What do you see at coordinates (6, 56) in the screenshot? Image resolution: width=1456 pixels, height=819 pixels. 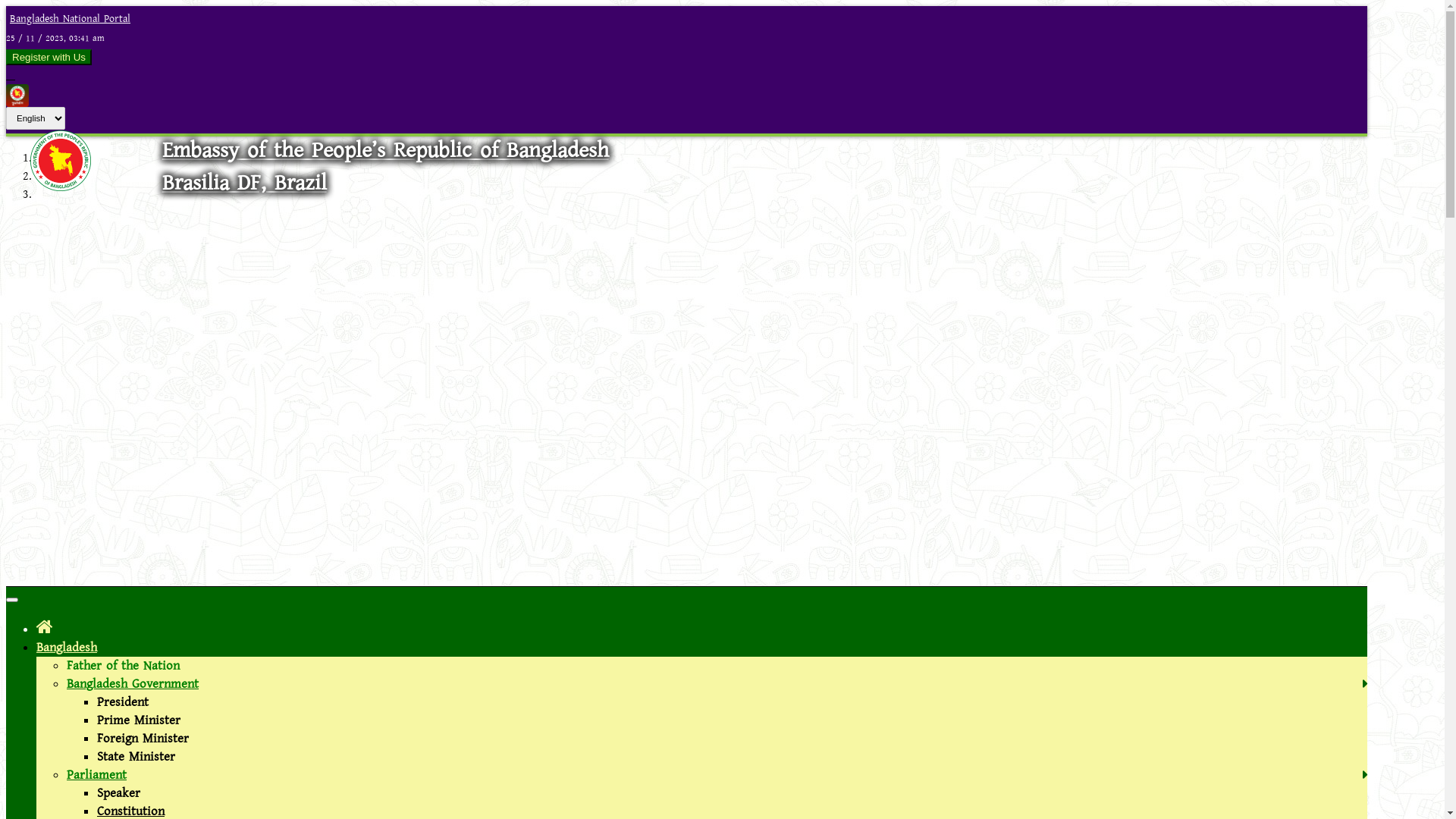 I see `'Register with Us'` at bounding box center [6, 56].